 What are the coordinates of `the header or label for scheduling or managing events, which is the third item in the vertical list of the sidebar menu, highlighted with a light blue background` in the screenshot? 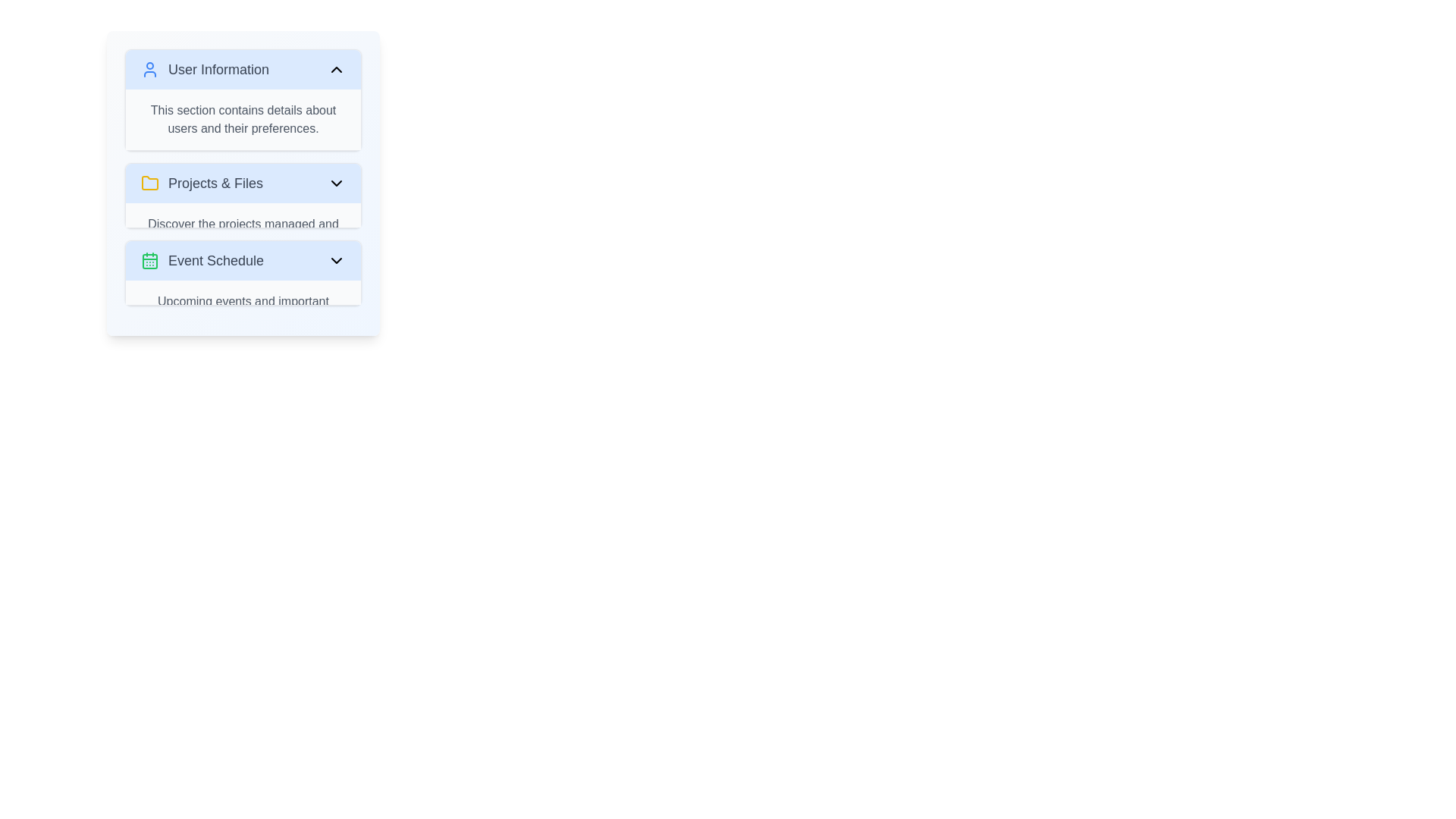 It's located at (202, 259).